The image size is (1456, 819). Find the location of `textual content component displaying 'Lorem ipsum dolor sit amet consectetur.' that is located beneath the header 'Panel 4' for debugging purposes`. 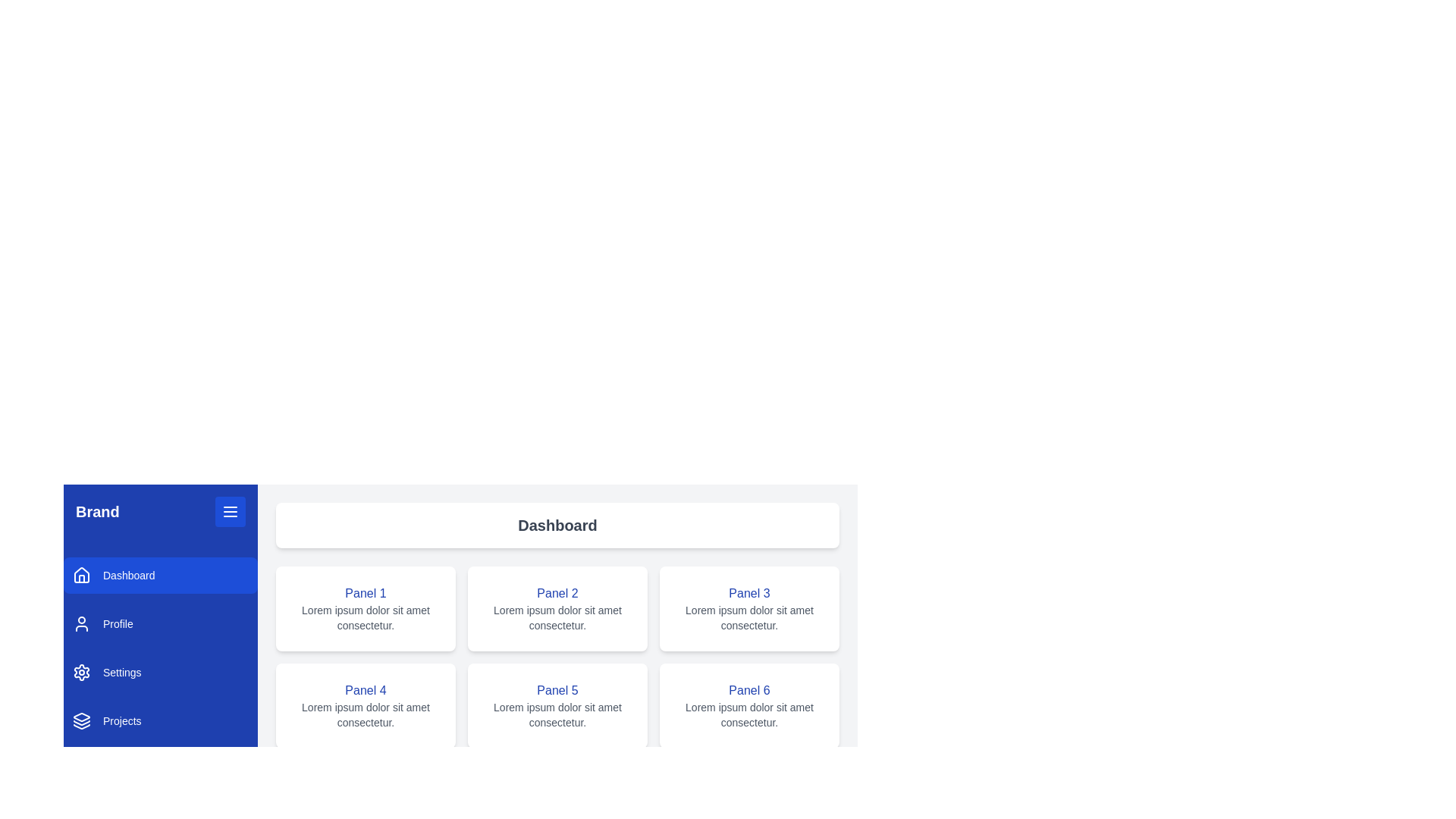

textual content component displaying 'Lorem ipsum dolor sit amet consectetur.' that is located beneath the header 'Panel 4' for debugging purposes is located at coordinates (366, 714).